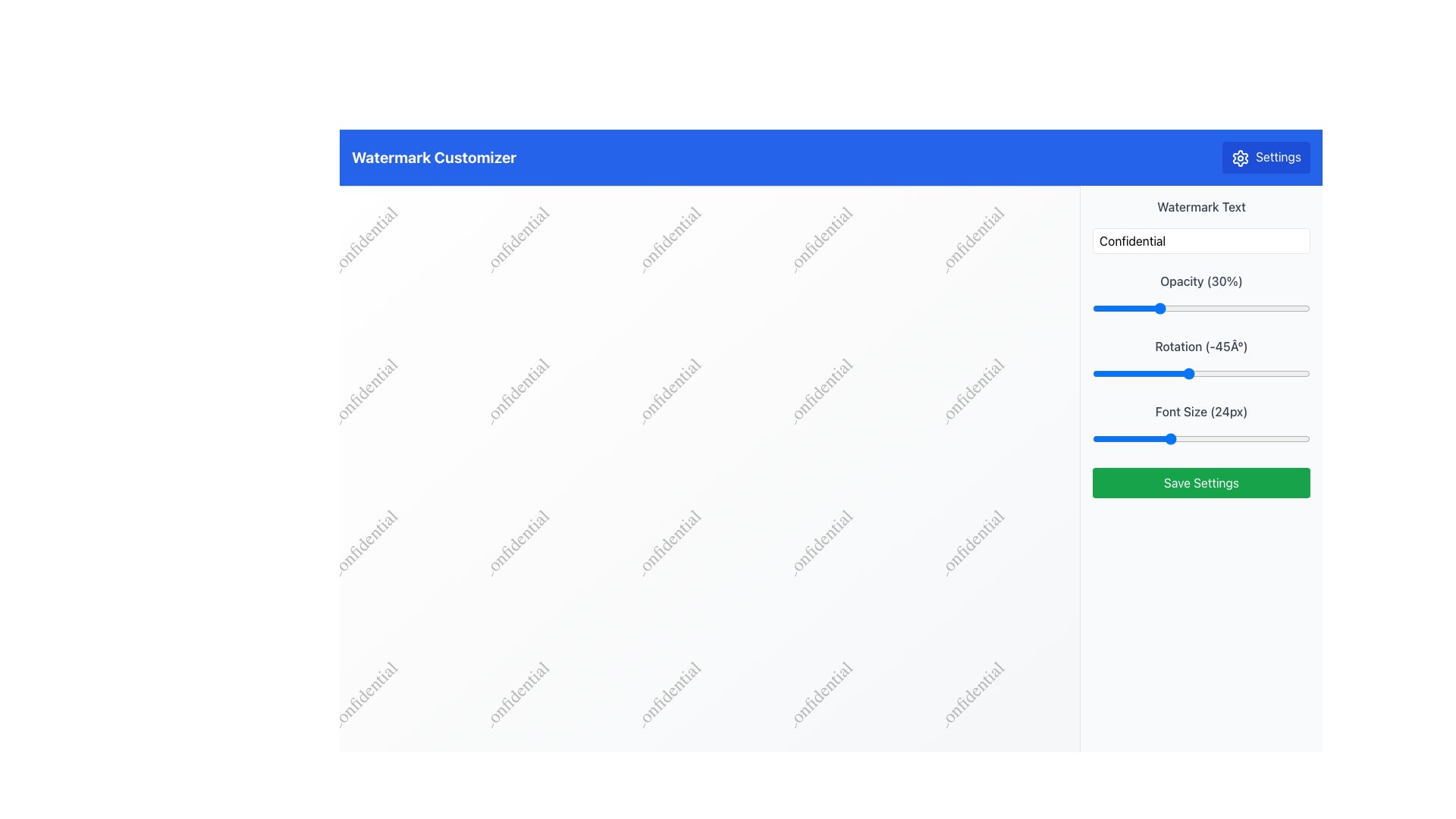 This screenshot has width=1456, height=819. I want to click on the font size, so click(1098, 438).